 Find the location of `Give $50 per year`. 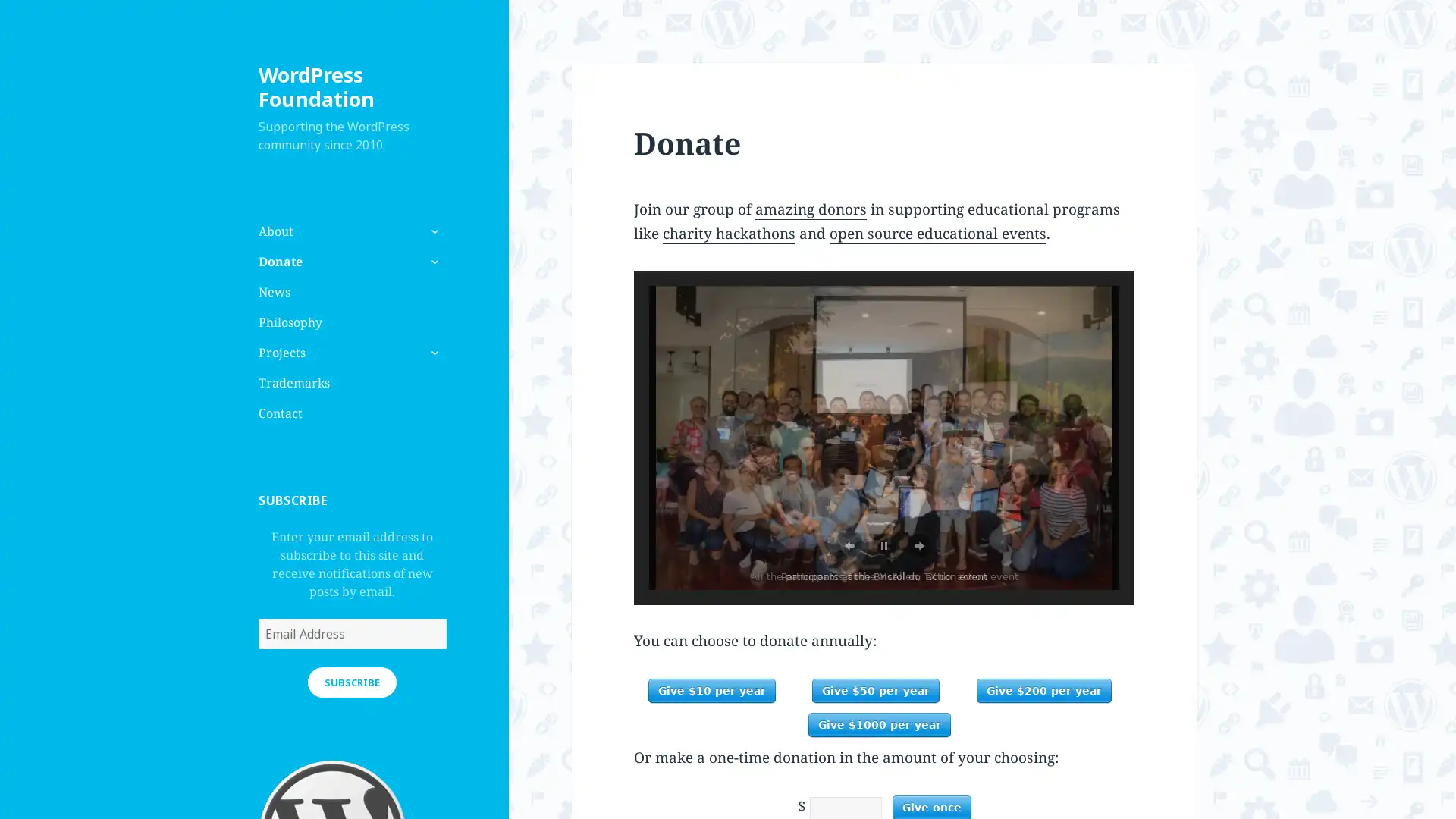

Give $50 per year is located at coordinates (876, 690).